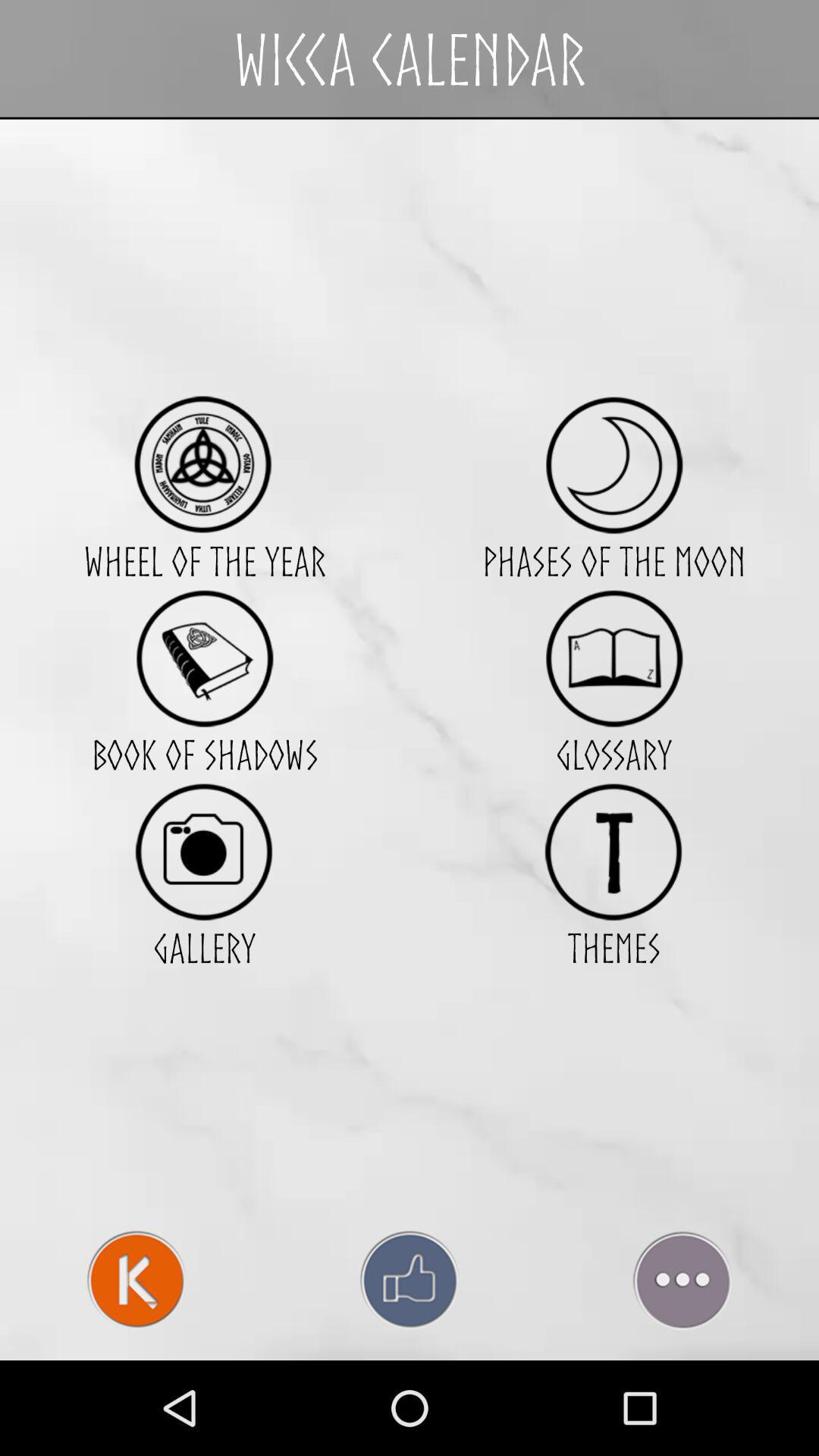 This screenshot has width=819, height=1456. What do you see at coordinates (203, 852) in the screenshot?
I see `the item next to the glossary item` at bounding box center [203, 852].